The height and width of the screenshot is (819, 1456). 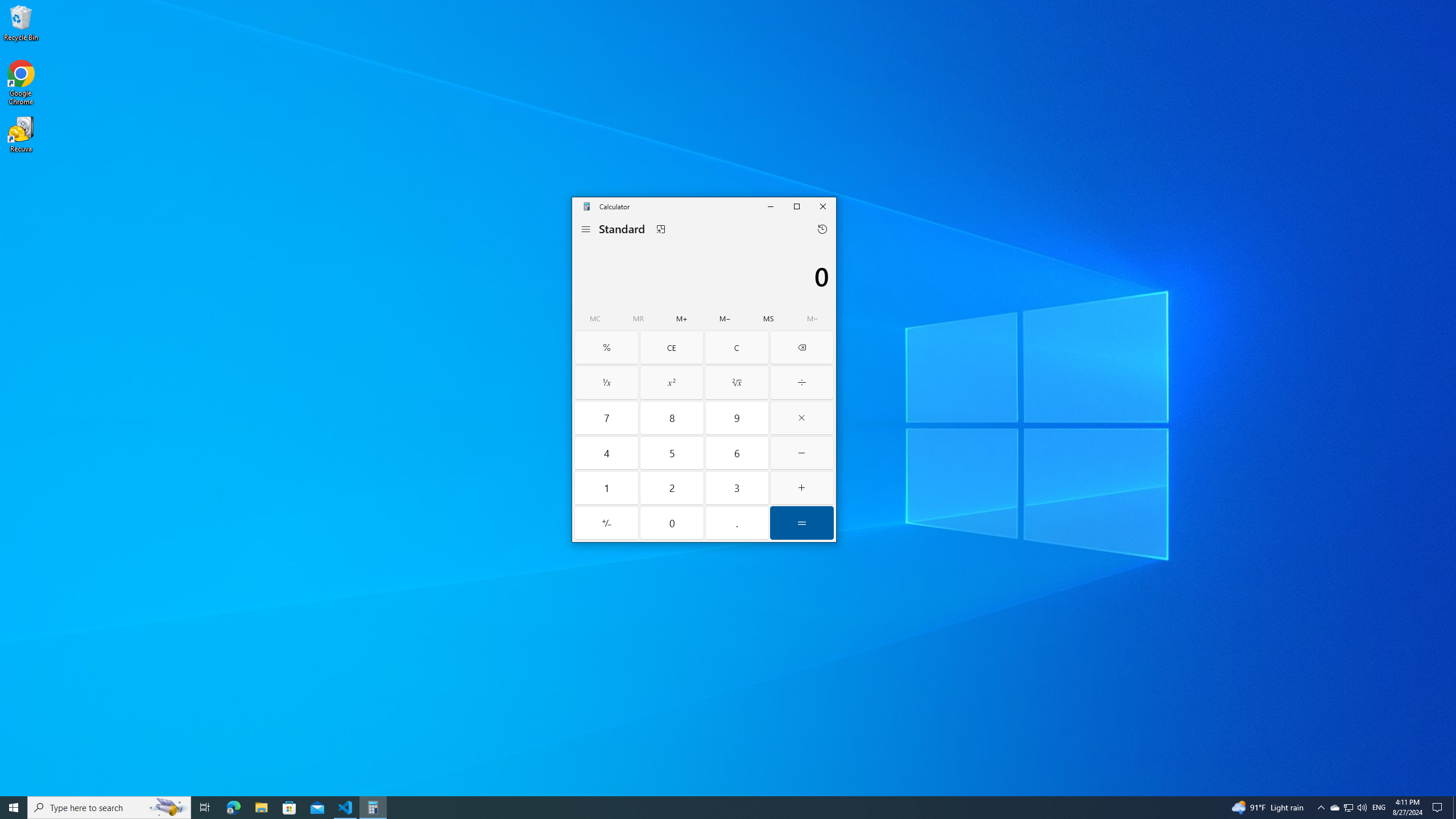 What do you see at coordinates (768, 318) in the screenshot?
I see `'Memory store'` at bounding box center [768, 318].